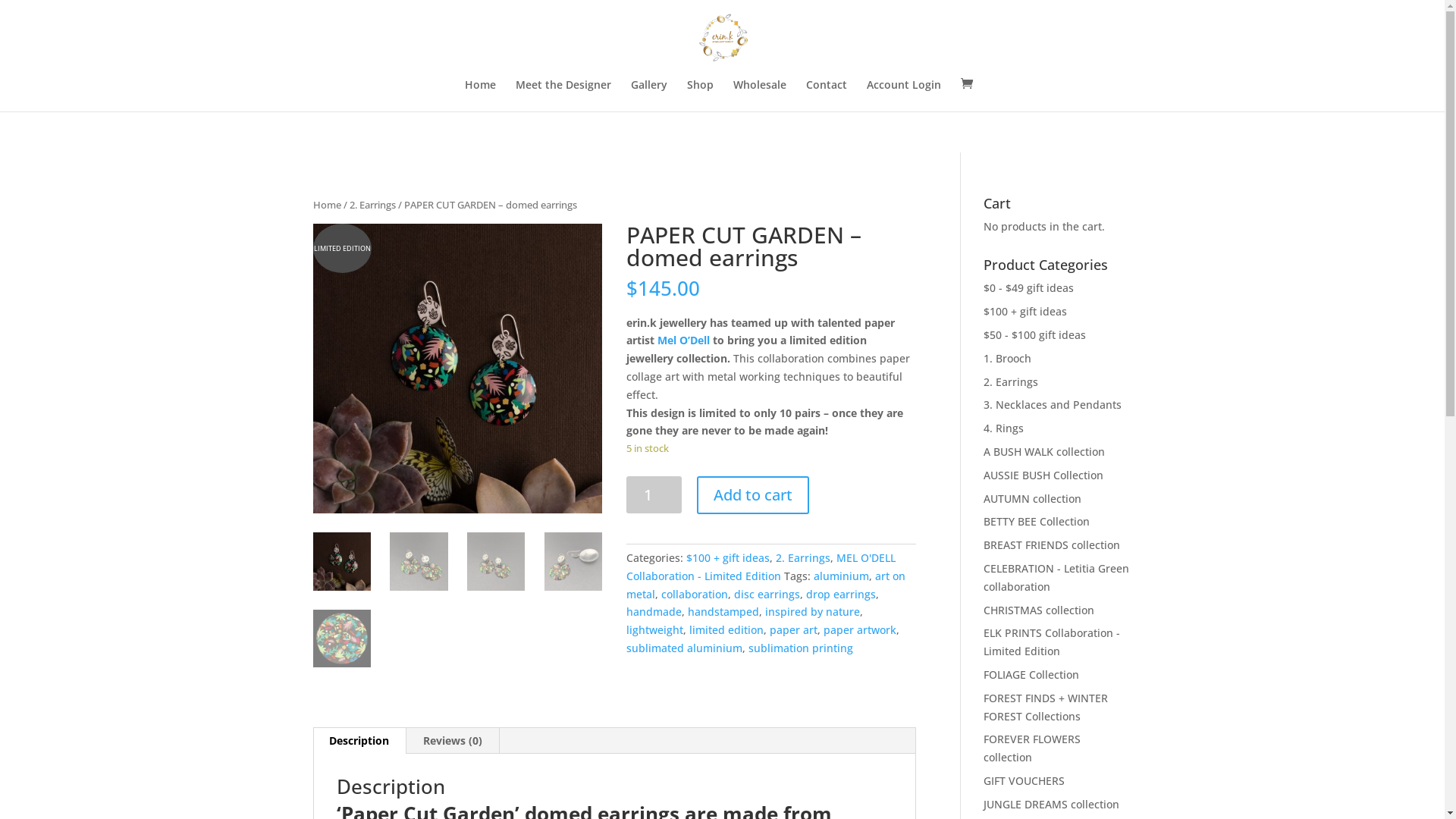  I want to click on 'Home', so click(325, 205).